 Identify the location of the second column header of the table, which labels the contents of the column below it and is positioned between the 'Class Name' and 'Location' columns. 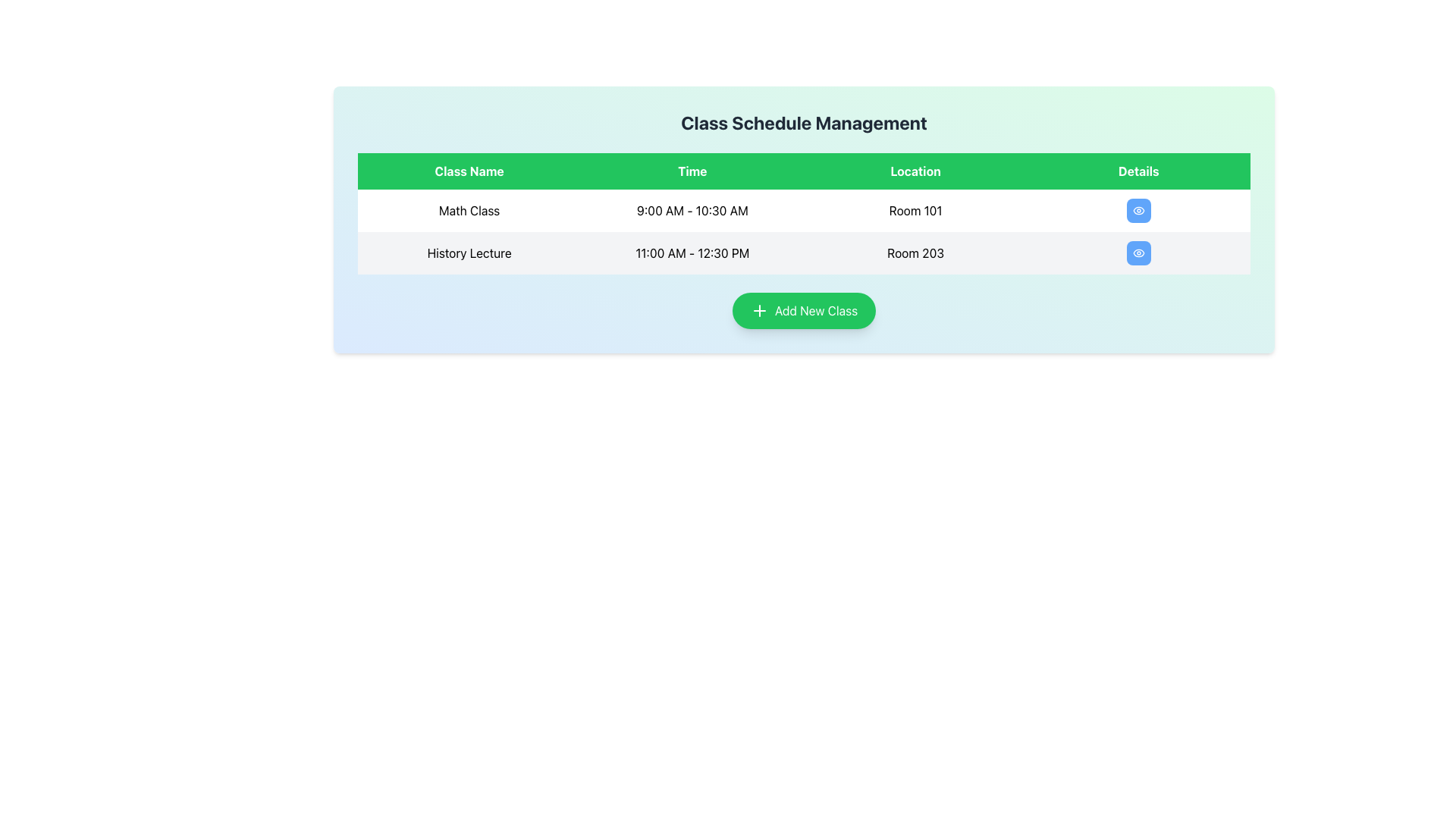
(692, 171).